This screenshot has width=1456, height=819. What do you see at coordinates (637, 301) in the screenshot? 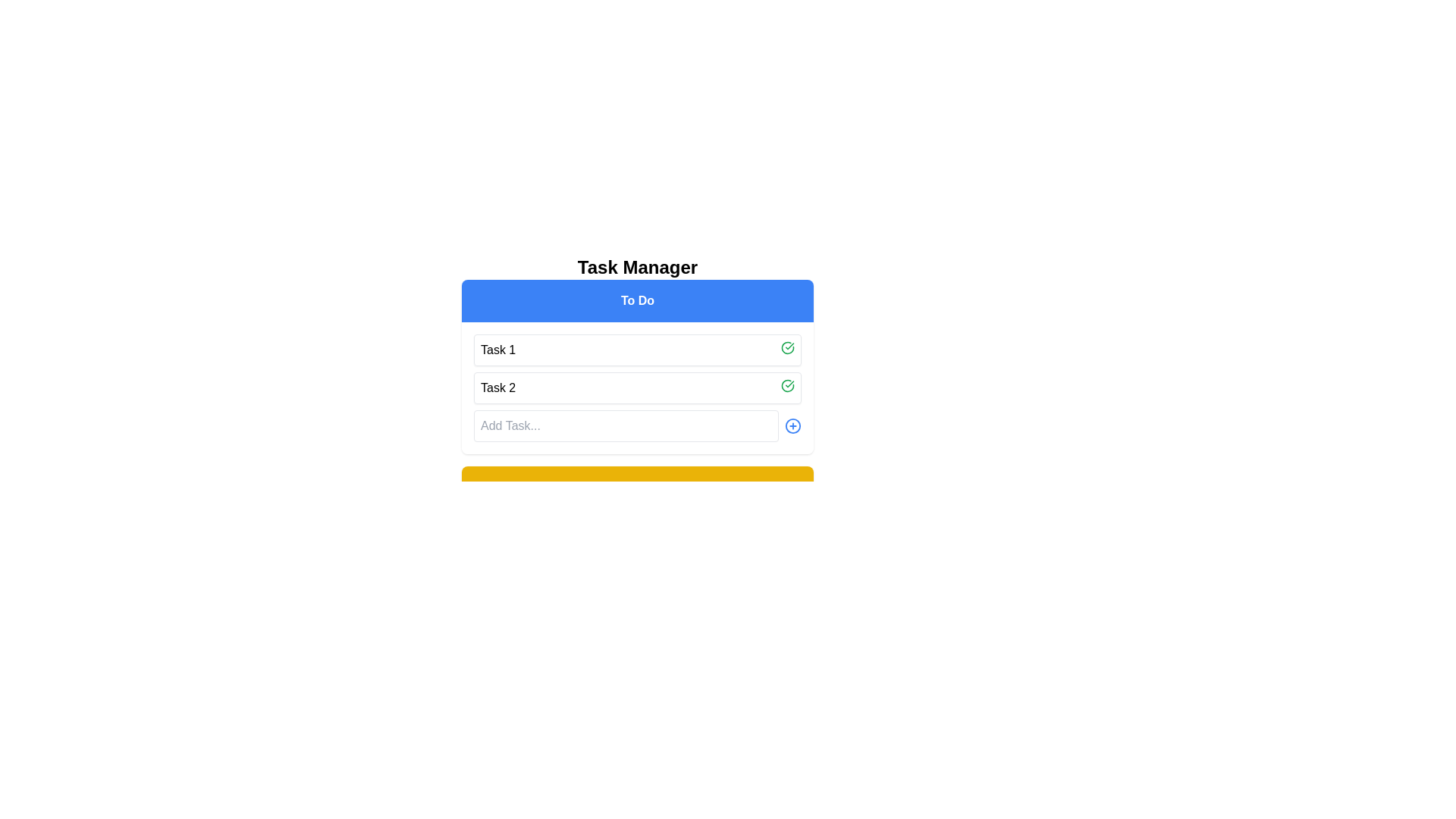
I see `the header element at the top of the task card that indicates the purpose or category of the tasks listed below` at bounding box center [637, 301].